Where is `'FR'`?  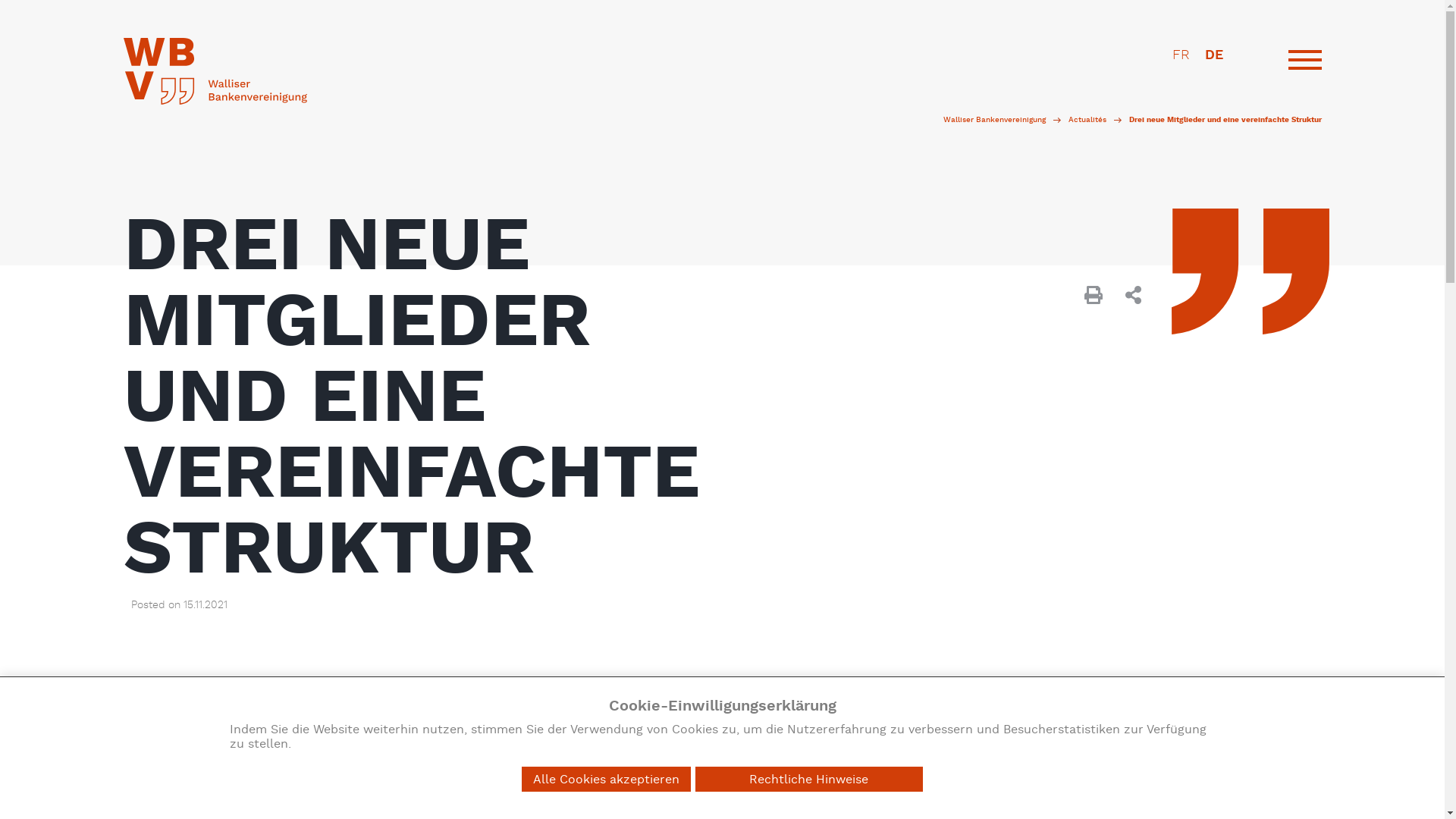 'FR' is located at coordinates (1171, 55).